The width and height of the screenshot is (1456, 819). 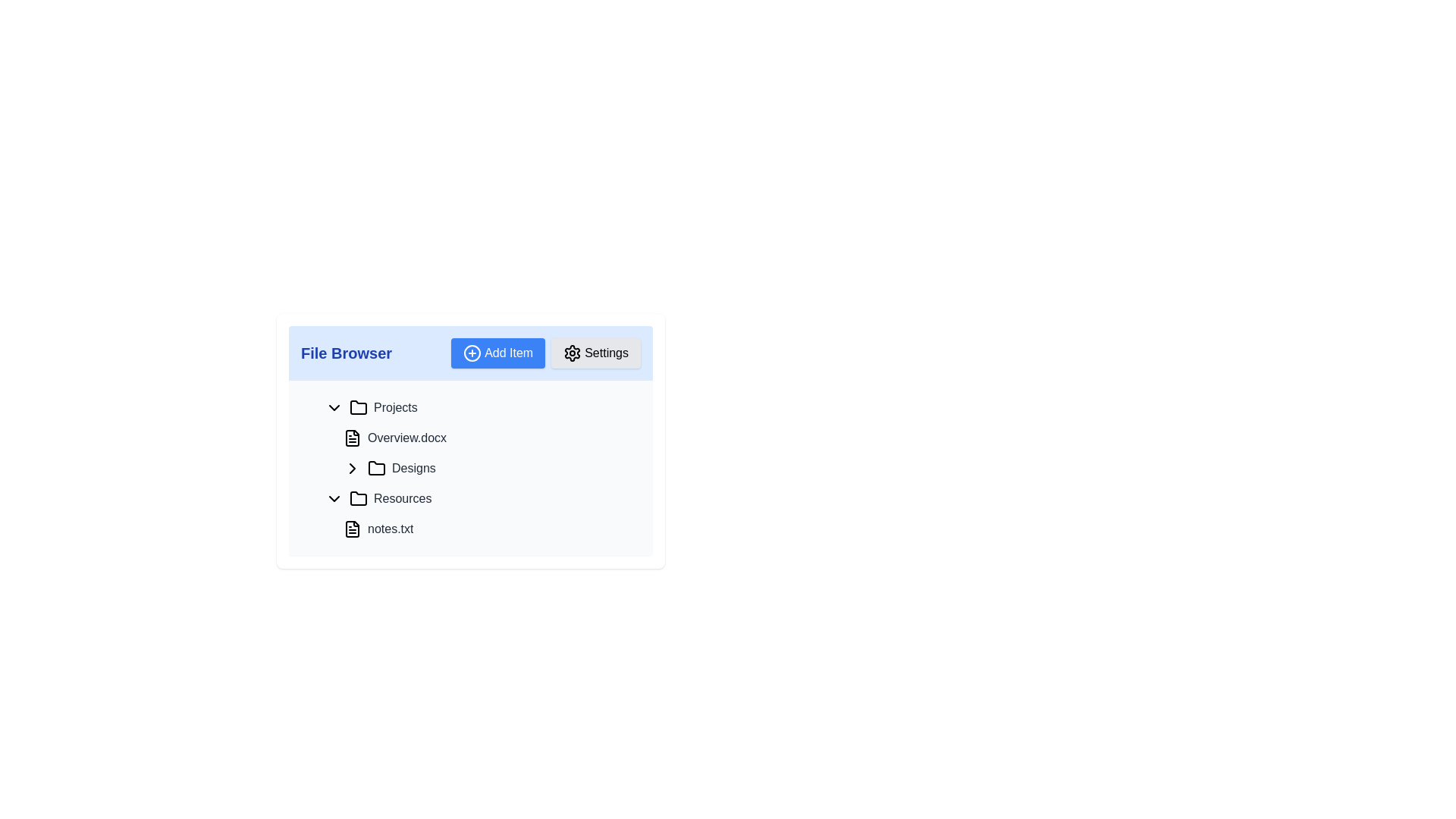 I want to click on the folder icon representing the 'Resources' section, located to the left of the text 'Resources.', so click(x=358, y=499).